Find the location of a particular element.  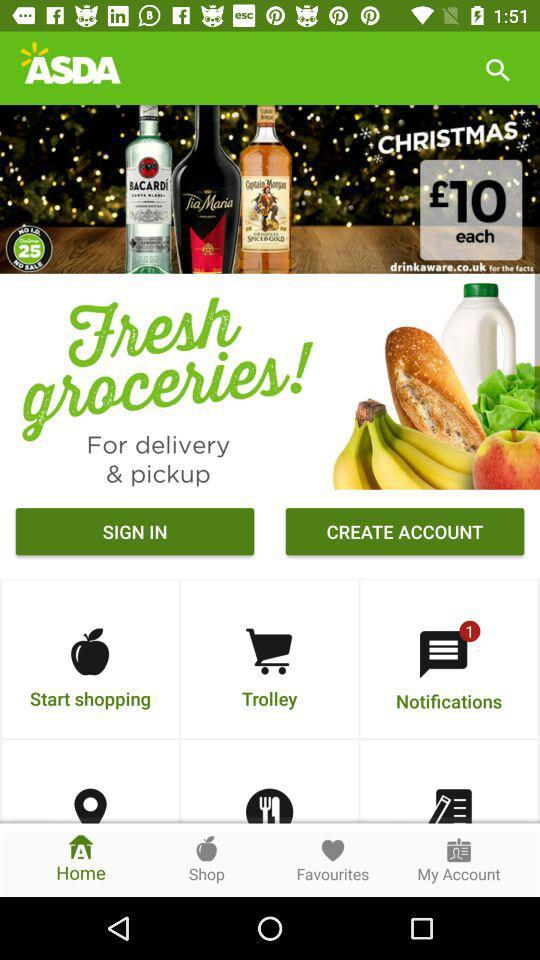

location icon on the bottom right is located at coordinates (89, 806).